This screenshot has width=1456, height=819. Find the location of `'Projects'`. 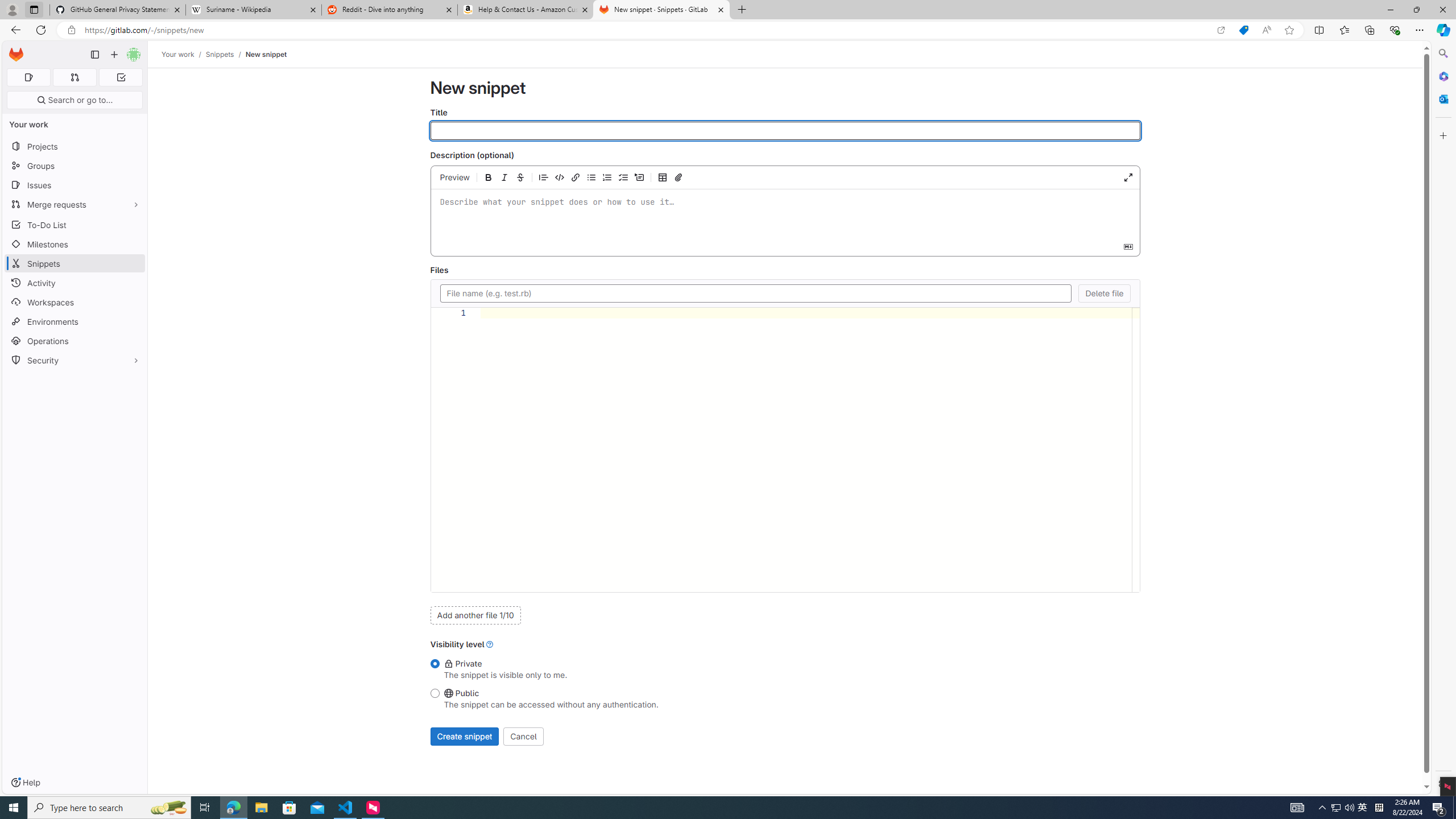

'Projects' is located at coordinates (74, 146).